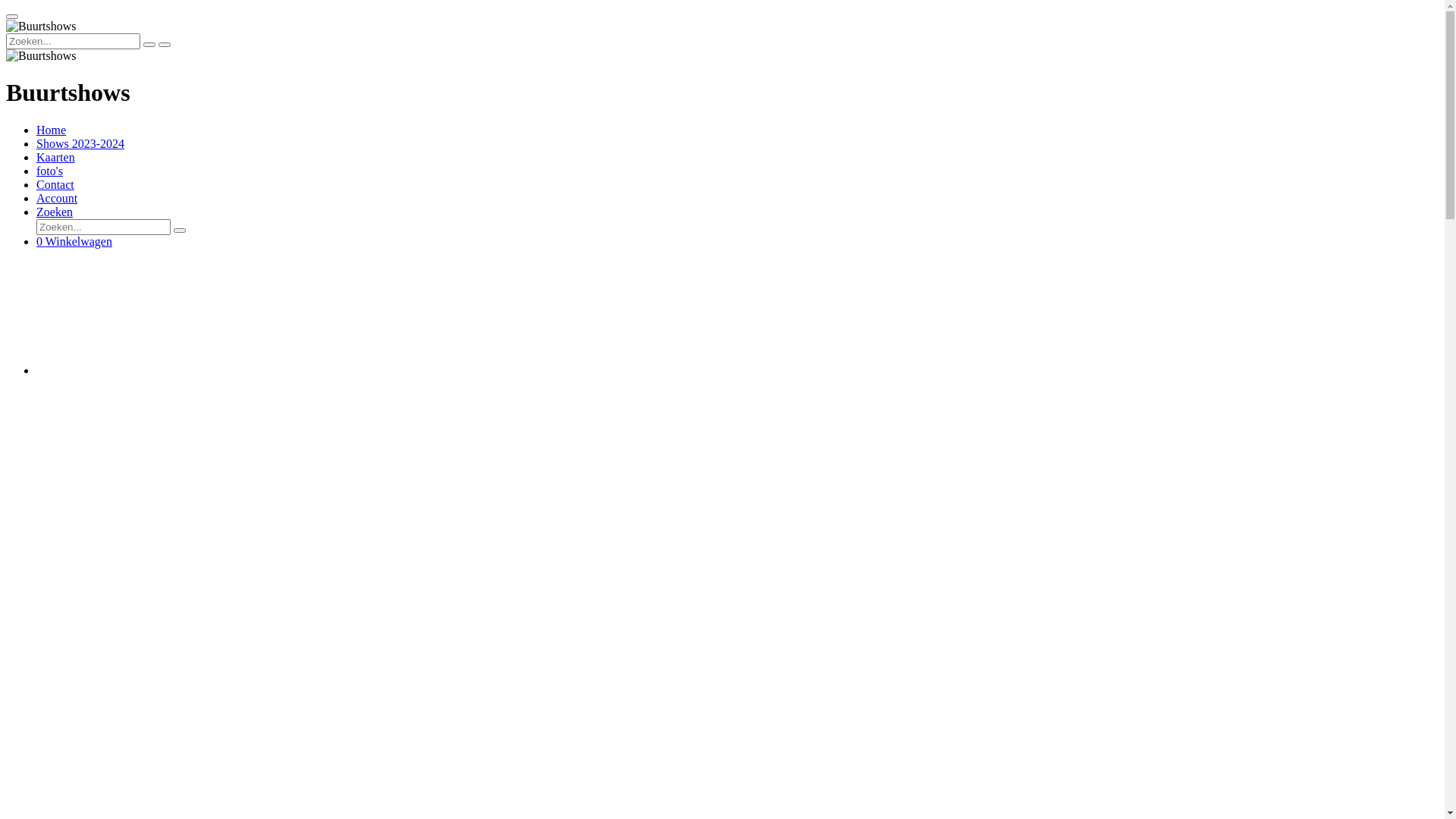  I want to click on 'Shows 2023-2024', so click(36, 143).